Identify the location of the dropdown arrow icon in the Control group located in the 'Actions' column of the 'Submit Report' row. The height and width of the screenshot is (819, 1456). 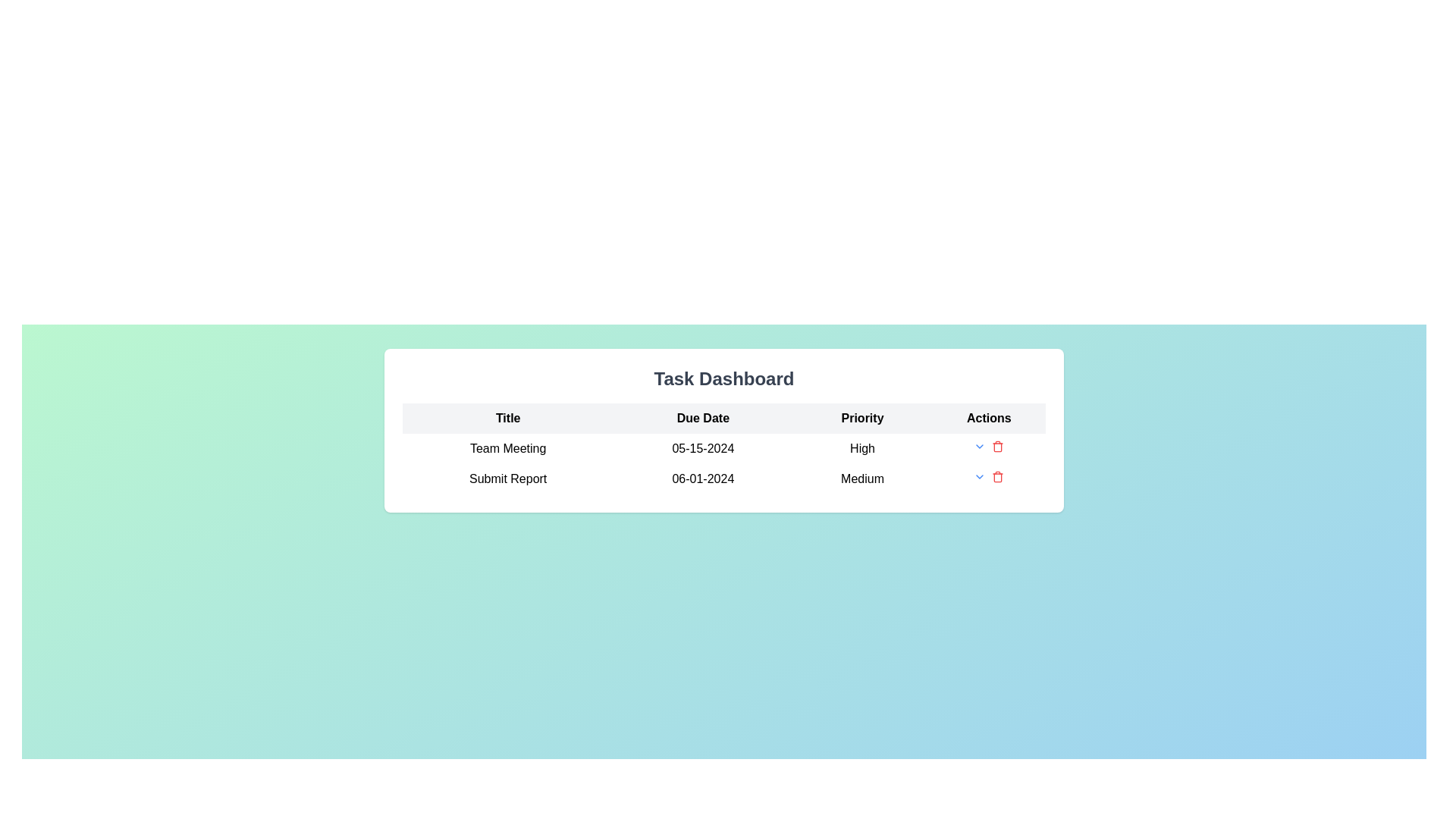
(989, 479).